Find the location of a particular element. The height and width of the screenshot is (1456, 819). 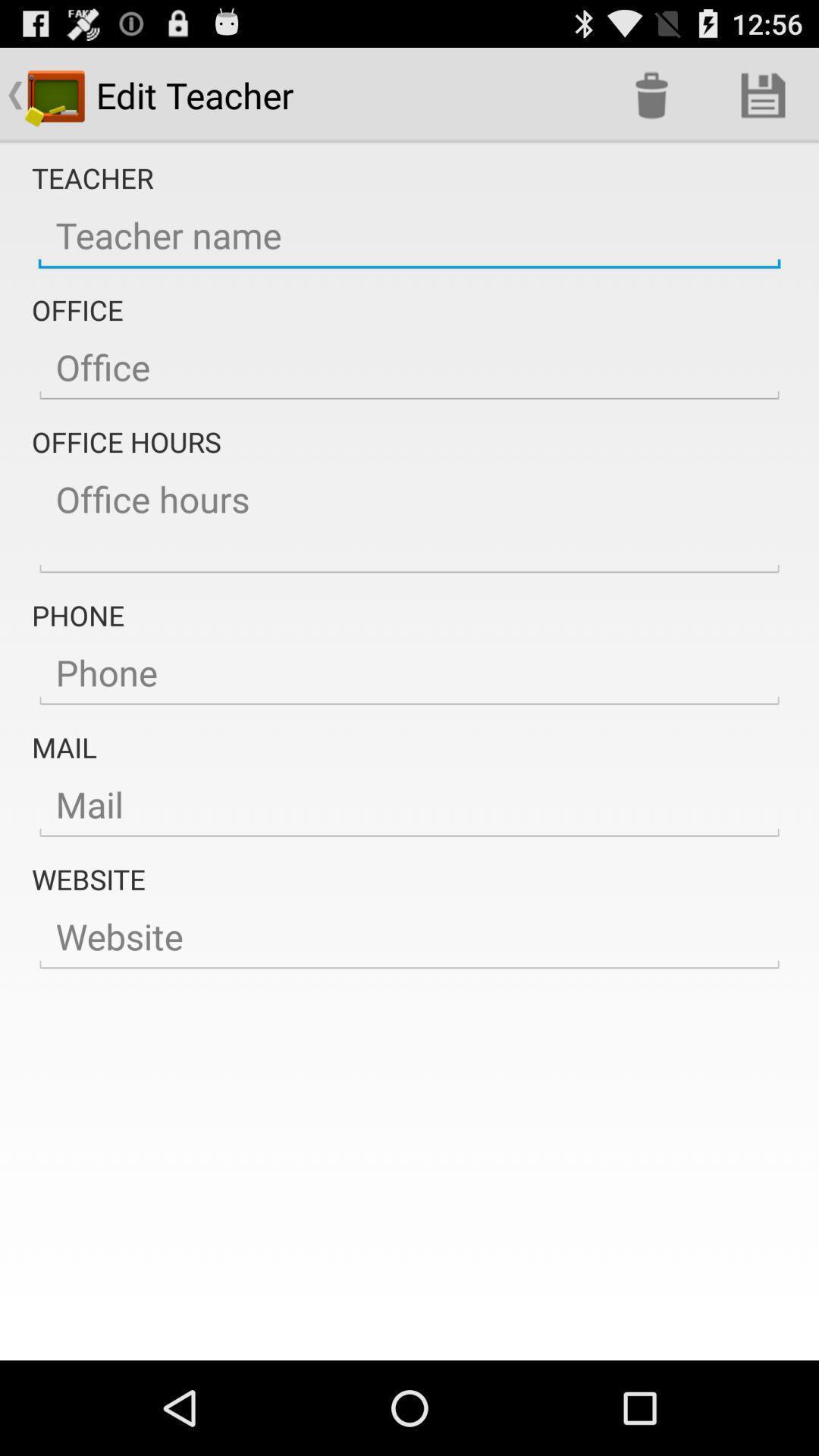

input office hours is located at coordinates (409, 520).